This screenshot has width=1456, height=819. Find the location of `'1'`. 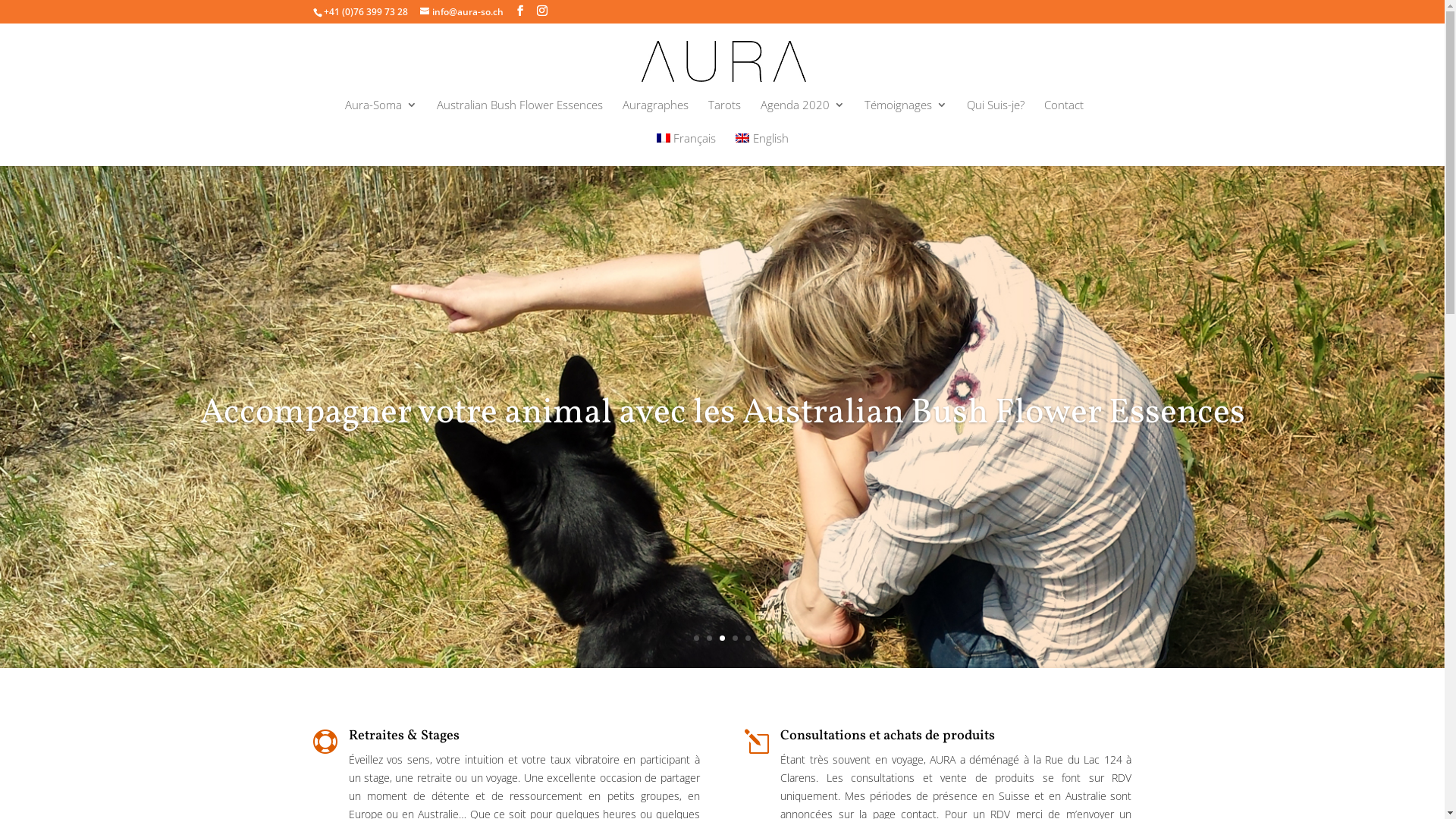

'1' is located at coordinates (693, 638).